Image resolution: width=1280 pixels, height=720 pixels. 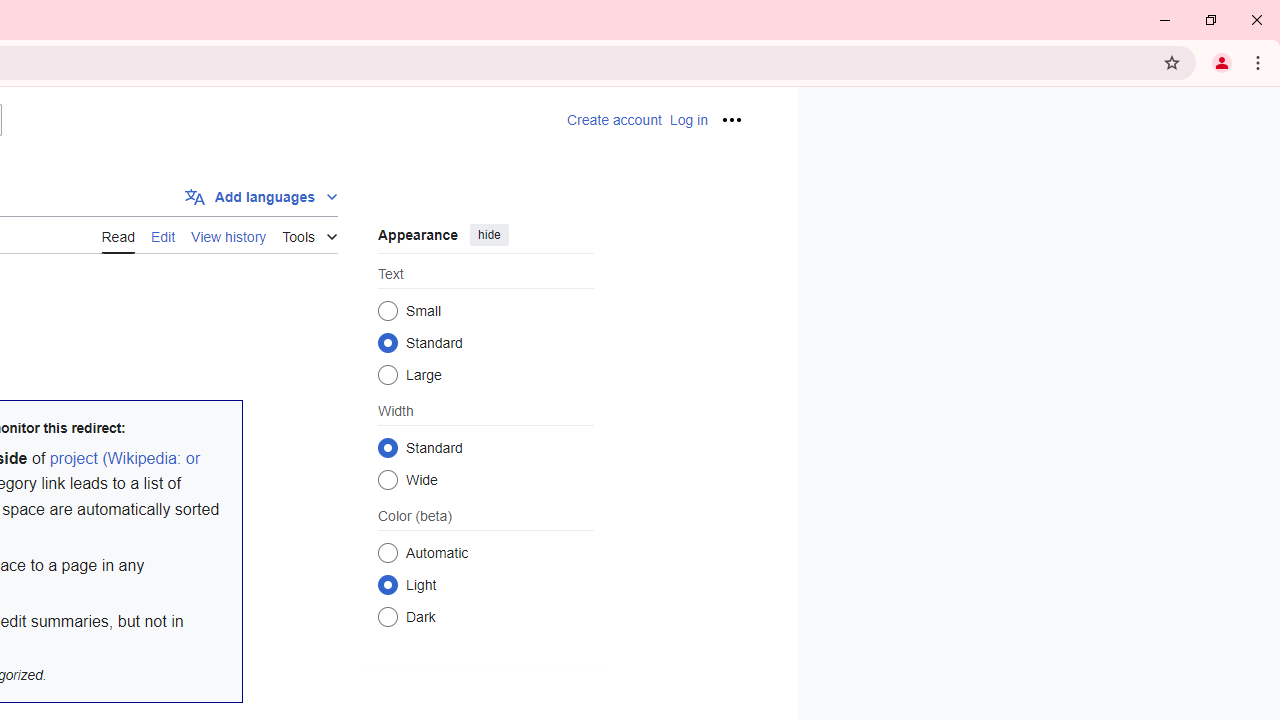 What do you see at coordinates (308, 232) in the screenshot?
I see `'Tools'` at bounding box center [308, 232].